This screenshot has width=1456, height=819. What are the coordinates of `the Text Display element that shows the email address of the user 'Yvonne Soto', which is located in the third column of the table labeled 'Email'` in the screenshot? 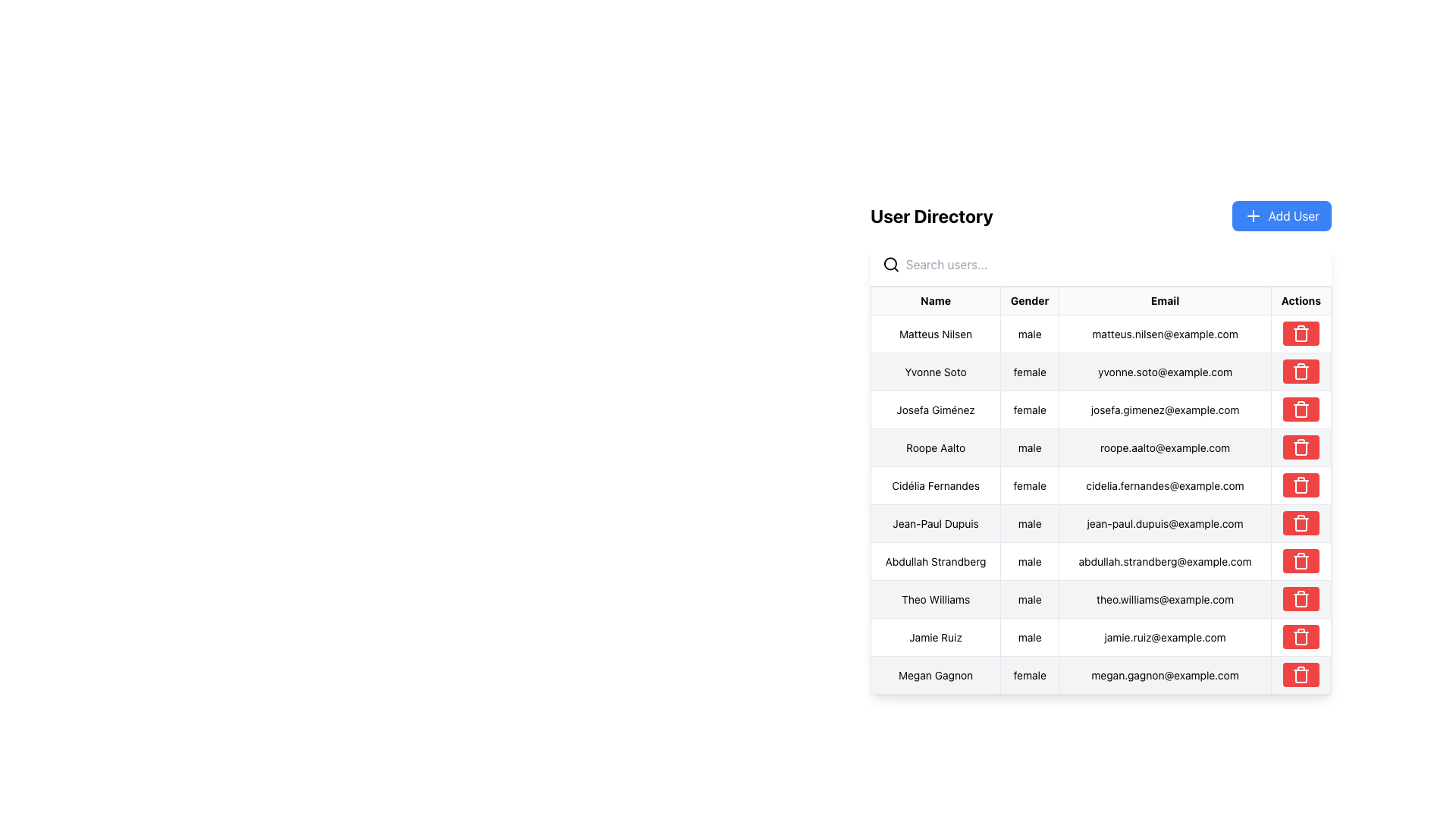 It's located at (1164, 372).